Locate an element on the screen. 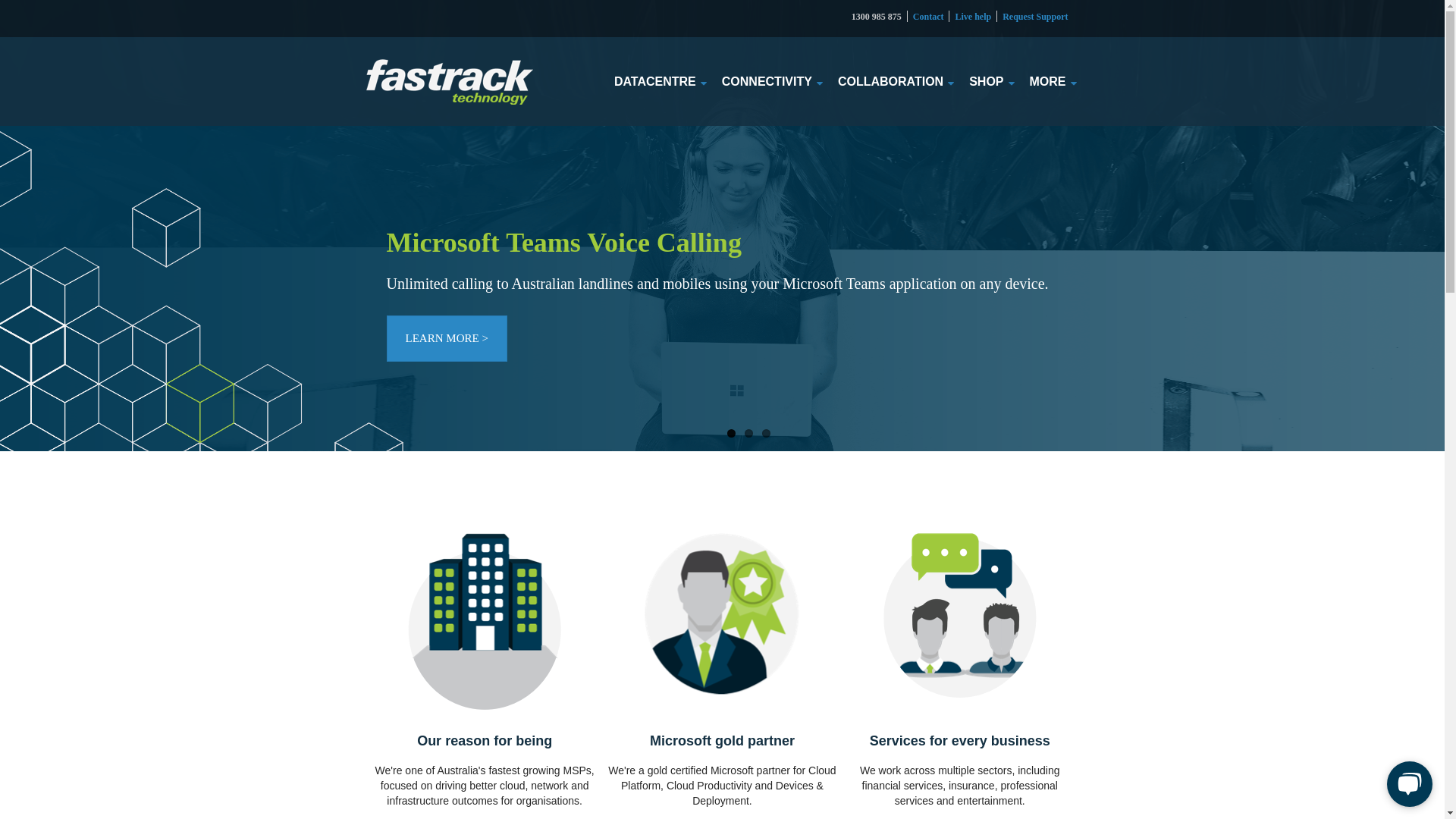 The height and width of the screenshot is (819, 1456). 'CONNECTIVITY' is located at coordinates (767, 81).